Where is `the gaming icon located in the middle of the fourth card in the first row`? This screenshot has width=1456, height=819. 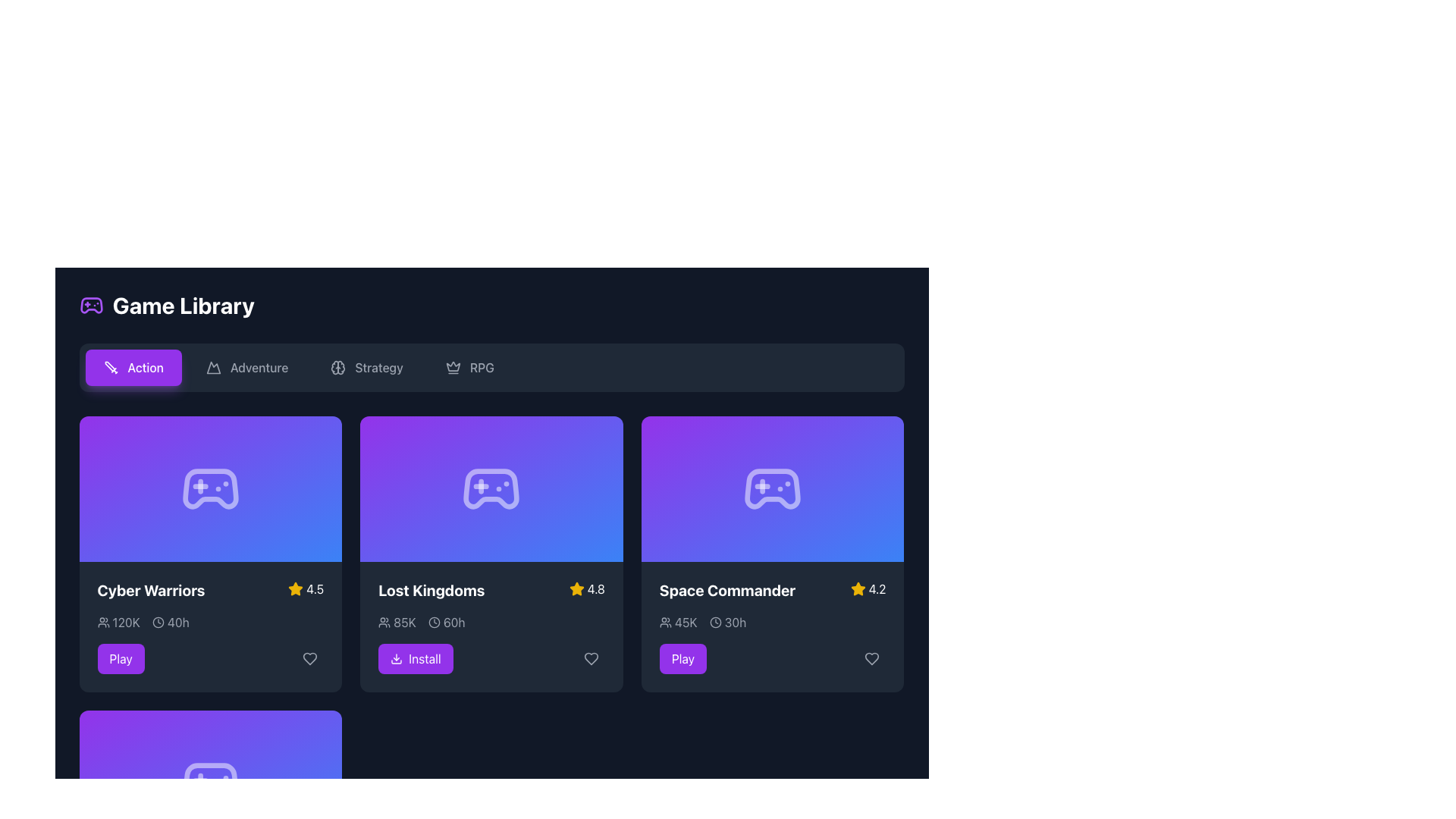 the gaming icon located in the middle of the fourth card in the first row is located at coordinates (209, 783).